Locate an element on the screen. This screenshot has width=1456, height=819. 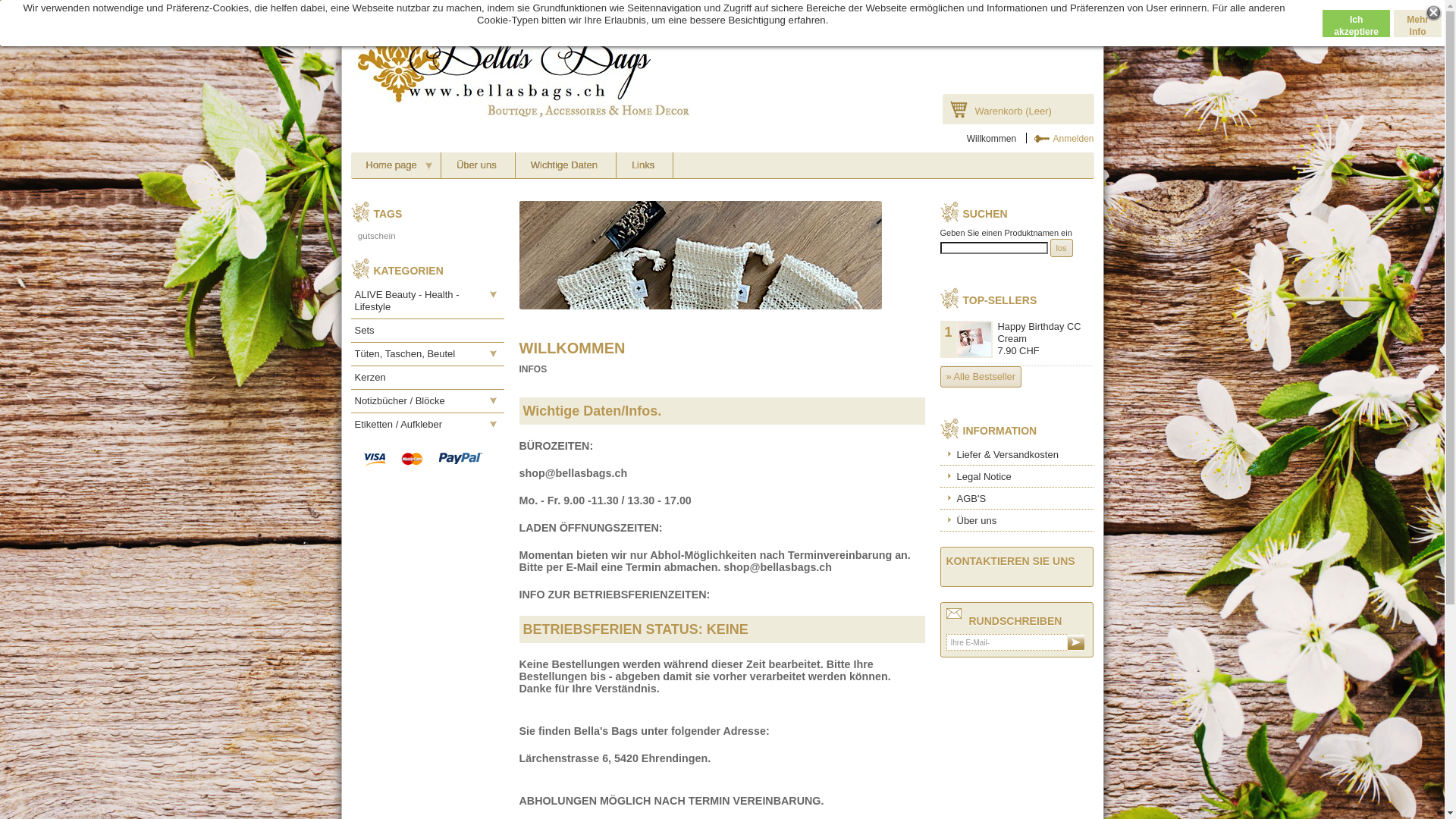
'Liefer & Versandkosten' is located at coordinates (1016, 453).